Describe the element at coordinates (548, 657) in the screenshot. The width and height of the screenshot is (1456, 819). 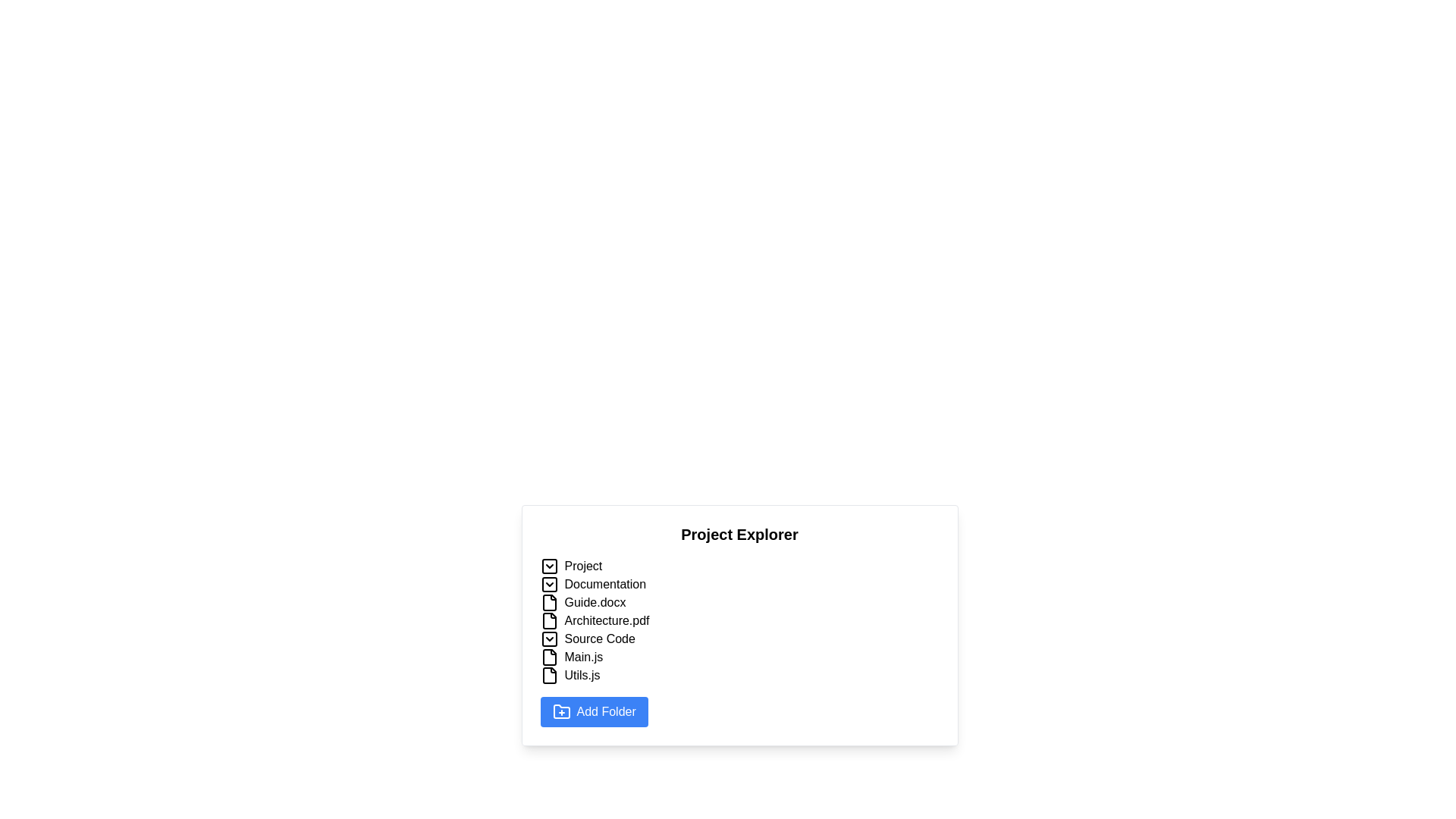
I see `the small black file sheet icon located` at that location.